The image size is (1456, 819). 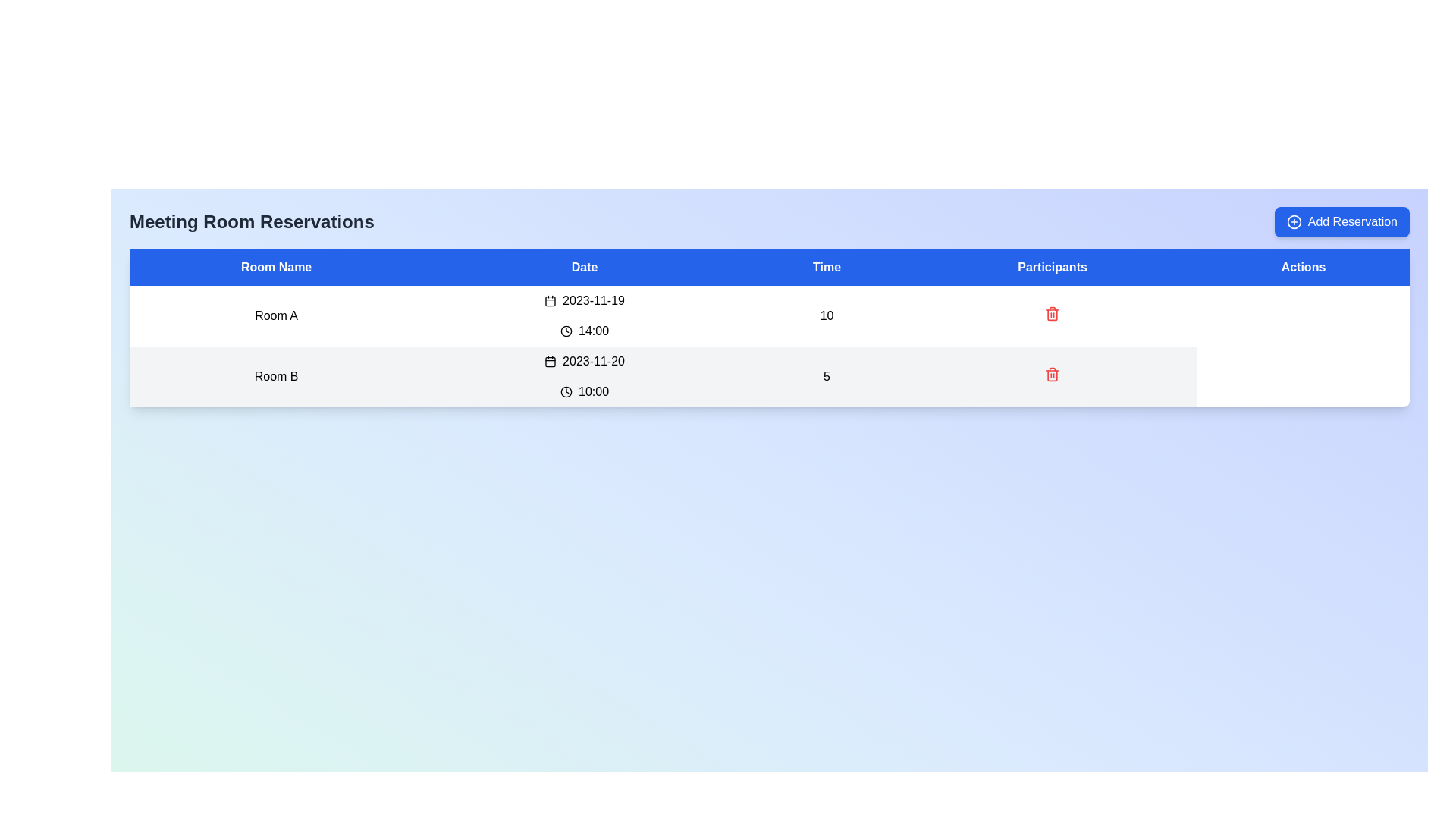 What do you see at coordinates (566, 391) in the screenshot?
I see `the circular clock icon located in the second row of the table under the 'Time' column, next to the '10:00' text` at bounding box center [566, 391].